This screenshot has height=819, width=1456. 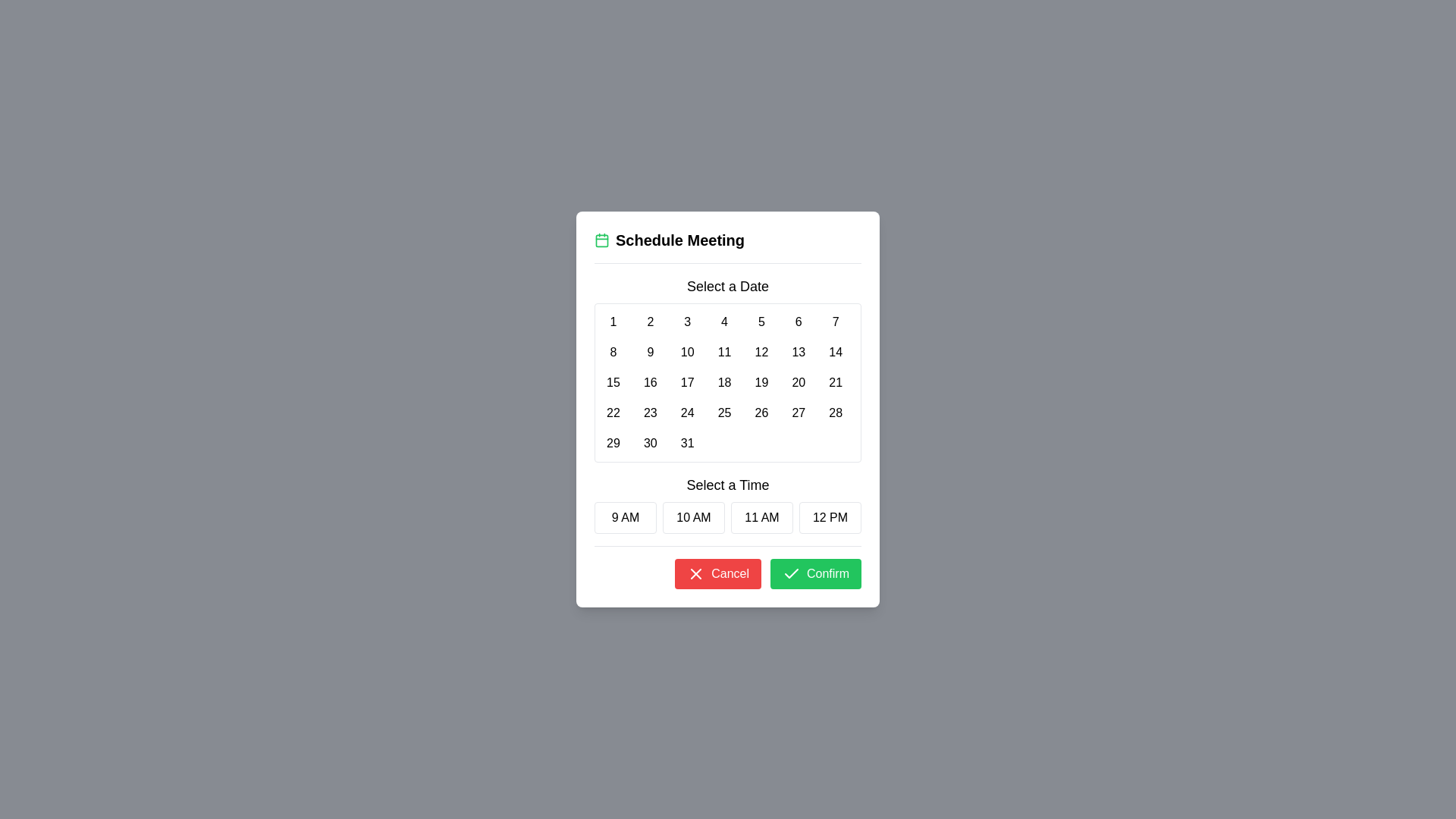 I want to click on the button representing the date '29' in the calendar located in the last row under the column of '22', so click(x=613, y=444).